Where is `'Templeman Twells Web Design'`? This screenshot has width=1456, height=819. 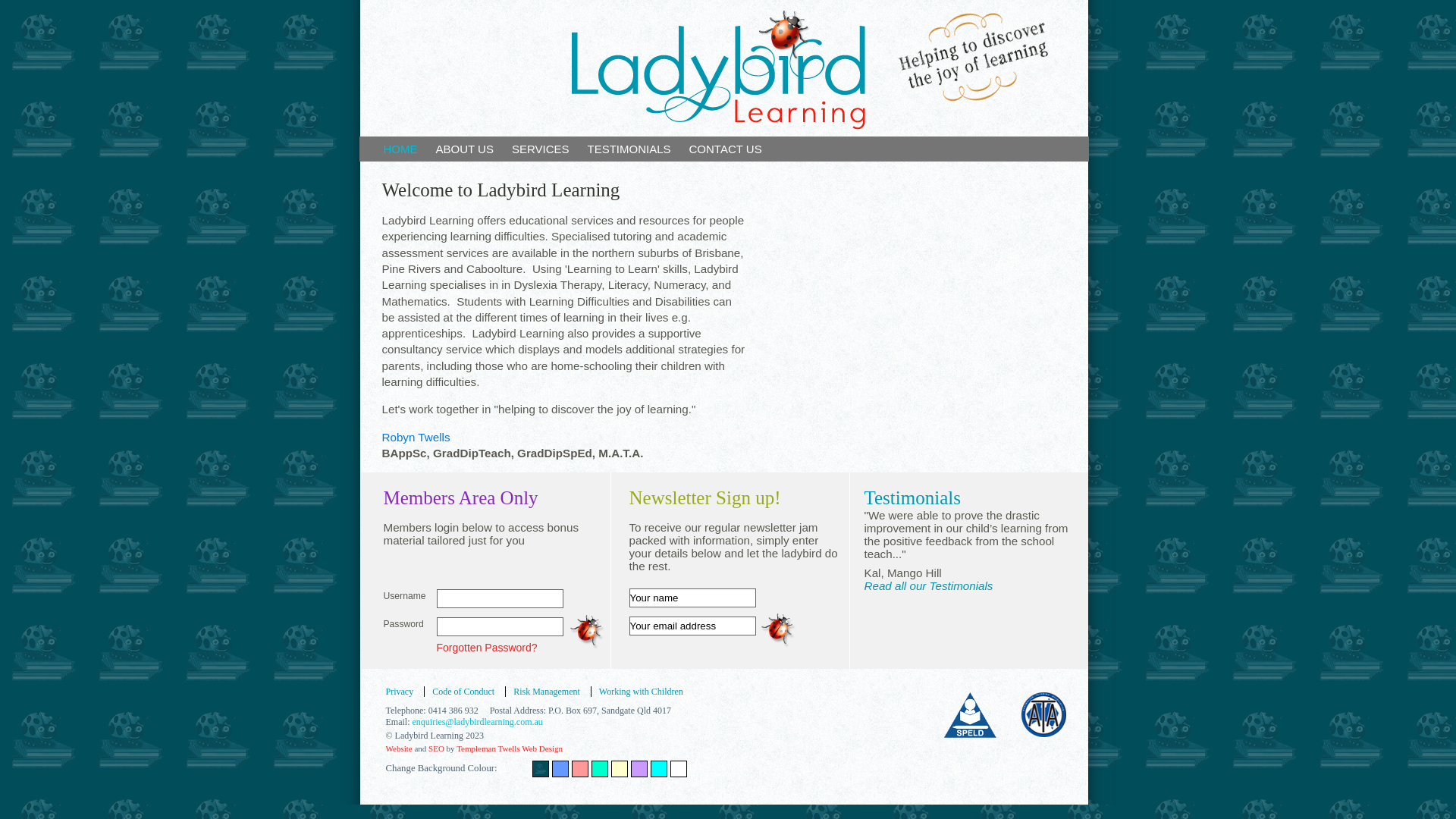 'Templeman Twells Web Design' is located at coordinates (510, 748).